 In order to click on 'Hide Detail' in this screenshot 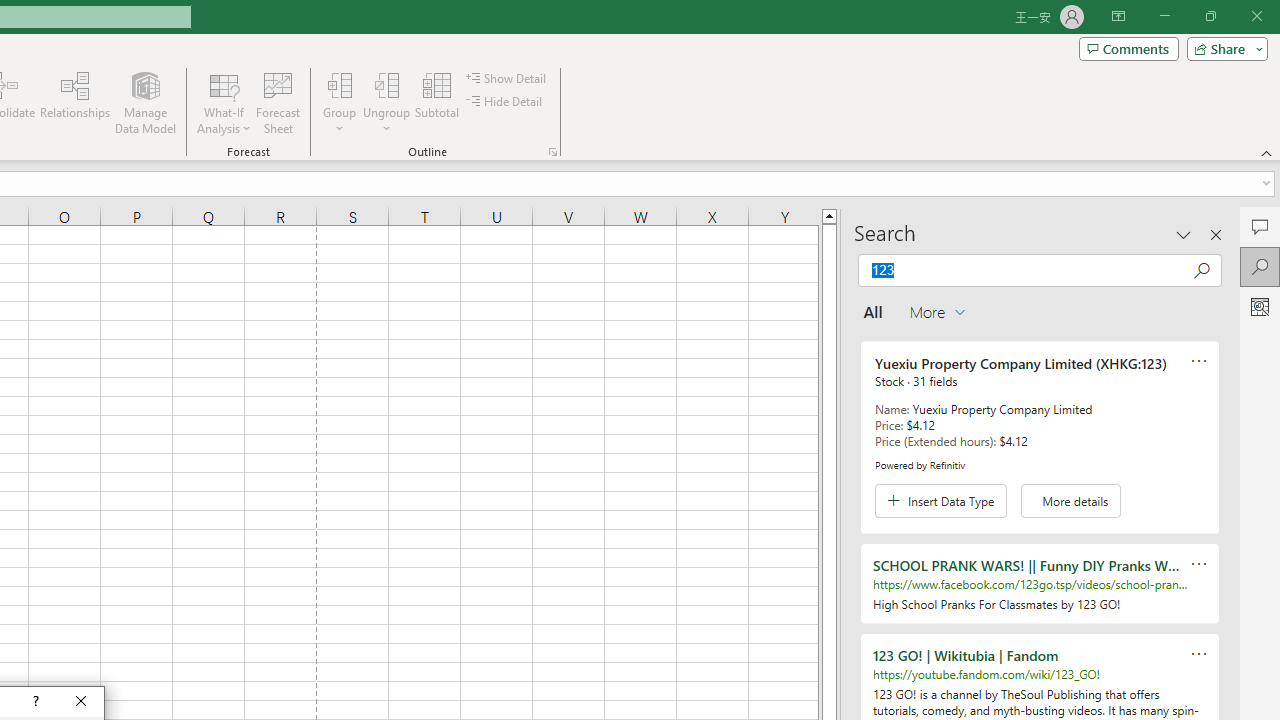, I will do `click(505, 101)`.